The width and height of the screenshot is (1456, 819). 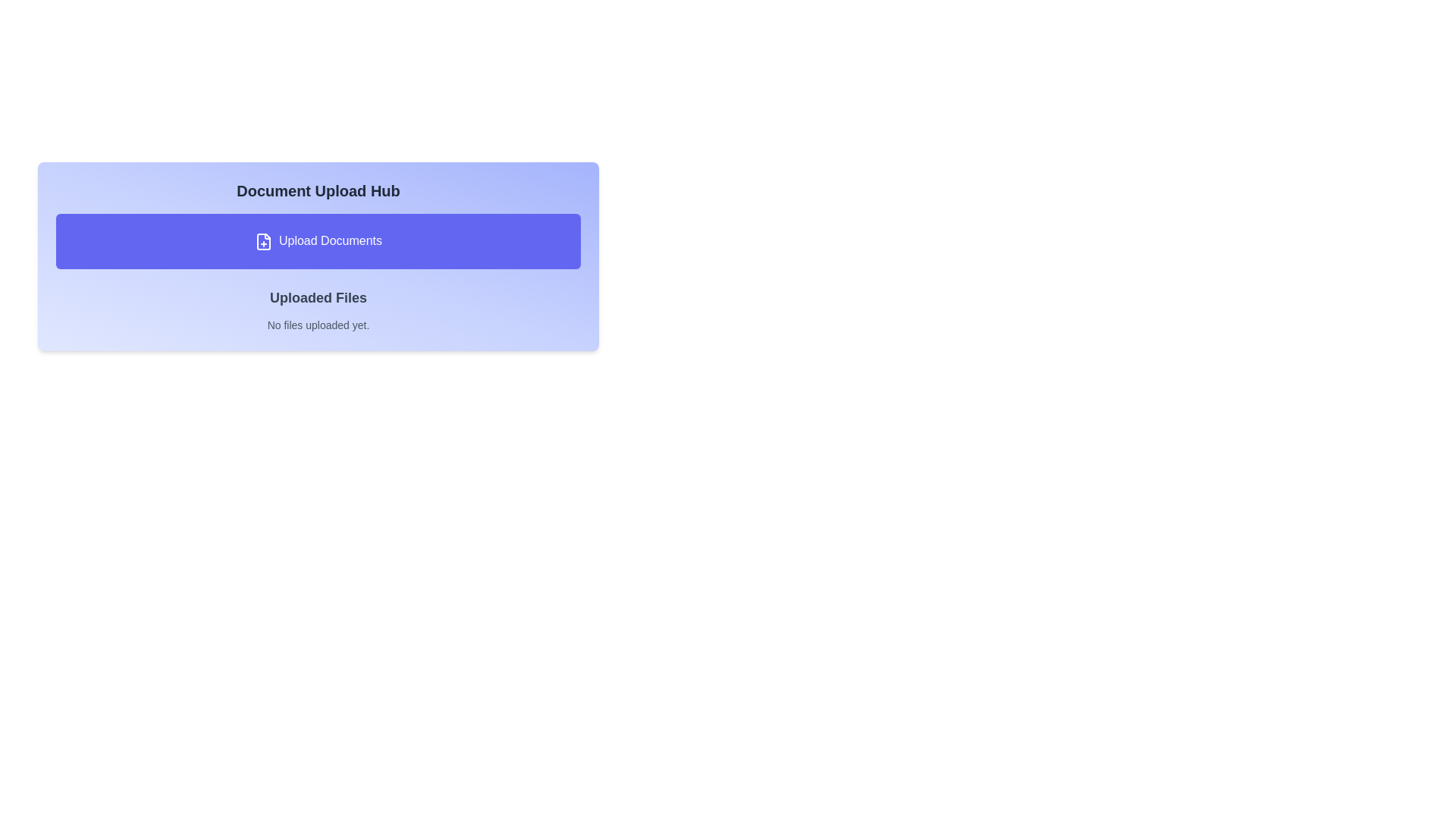 What do you see at coordinates (318, 240) in the screenshot?
I see `the 'Upload Documents' button located in the 'Document Upload Hub' to observe the hover effect` at bounding box center [318, 240].